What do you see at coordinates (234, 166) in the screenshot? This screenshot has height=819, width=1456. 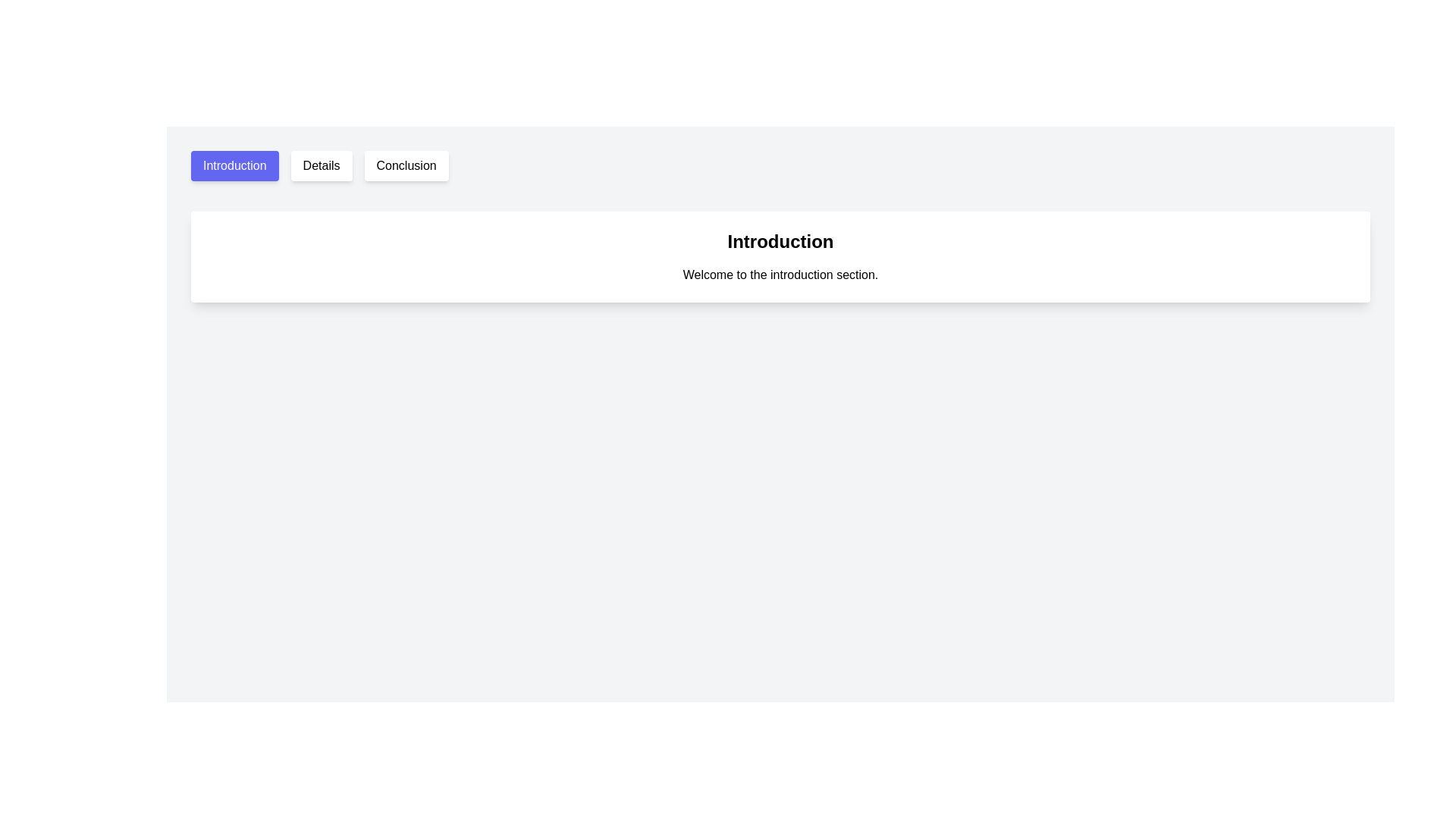 I see `the 'Introduction' button located on the left side of the button group to observe potential visual feedback` at bounding box center [234, 166].